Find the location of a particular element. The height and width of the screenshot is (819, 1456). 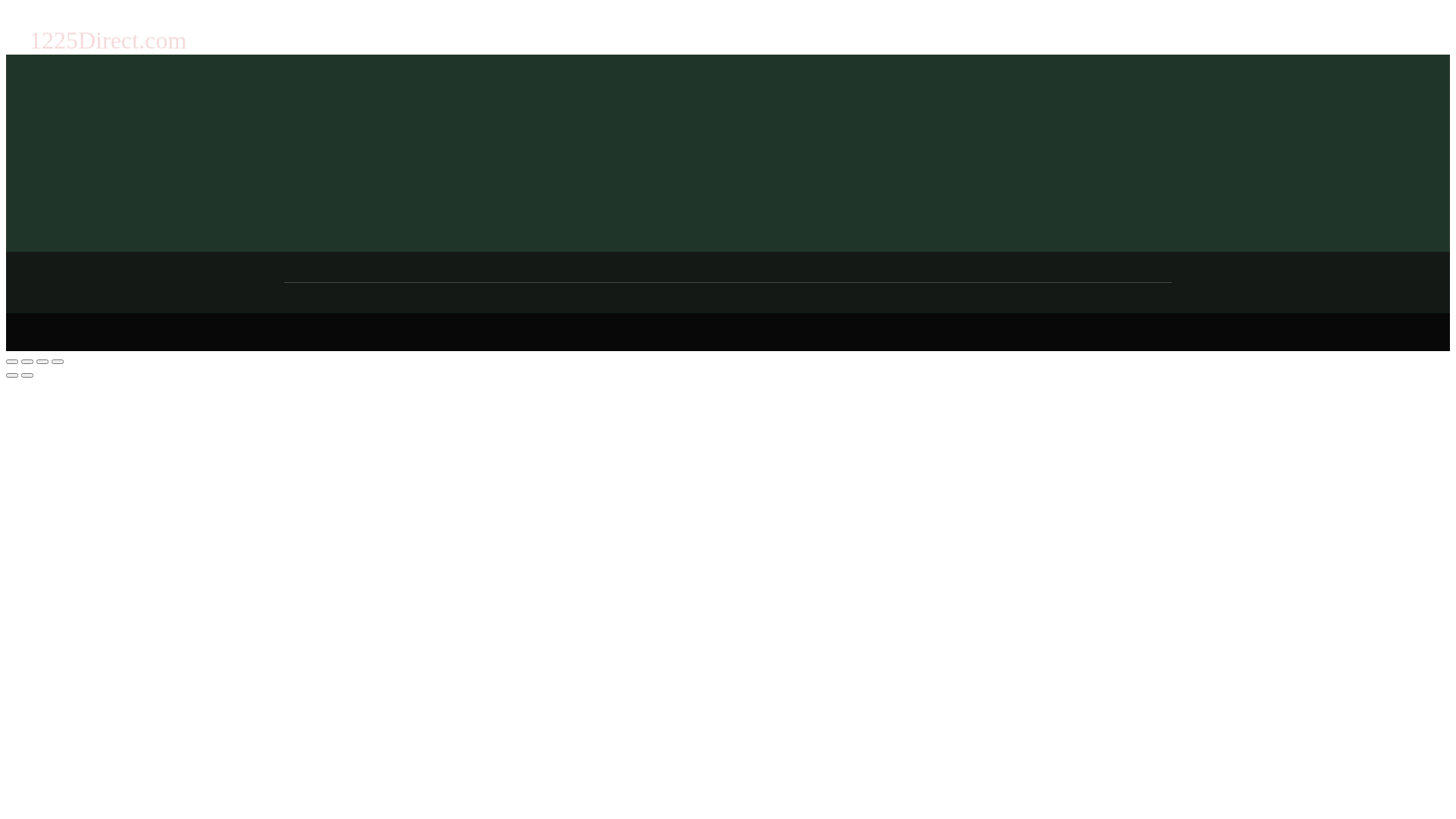

'Share' is located at coordinates (27, 362).